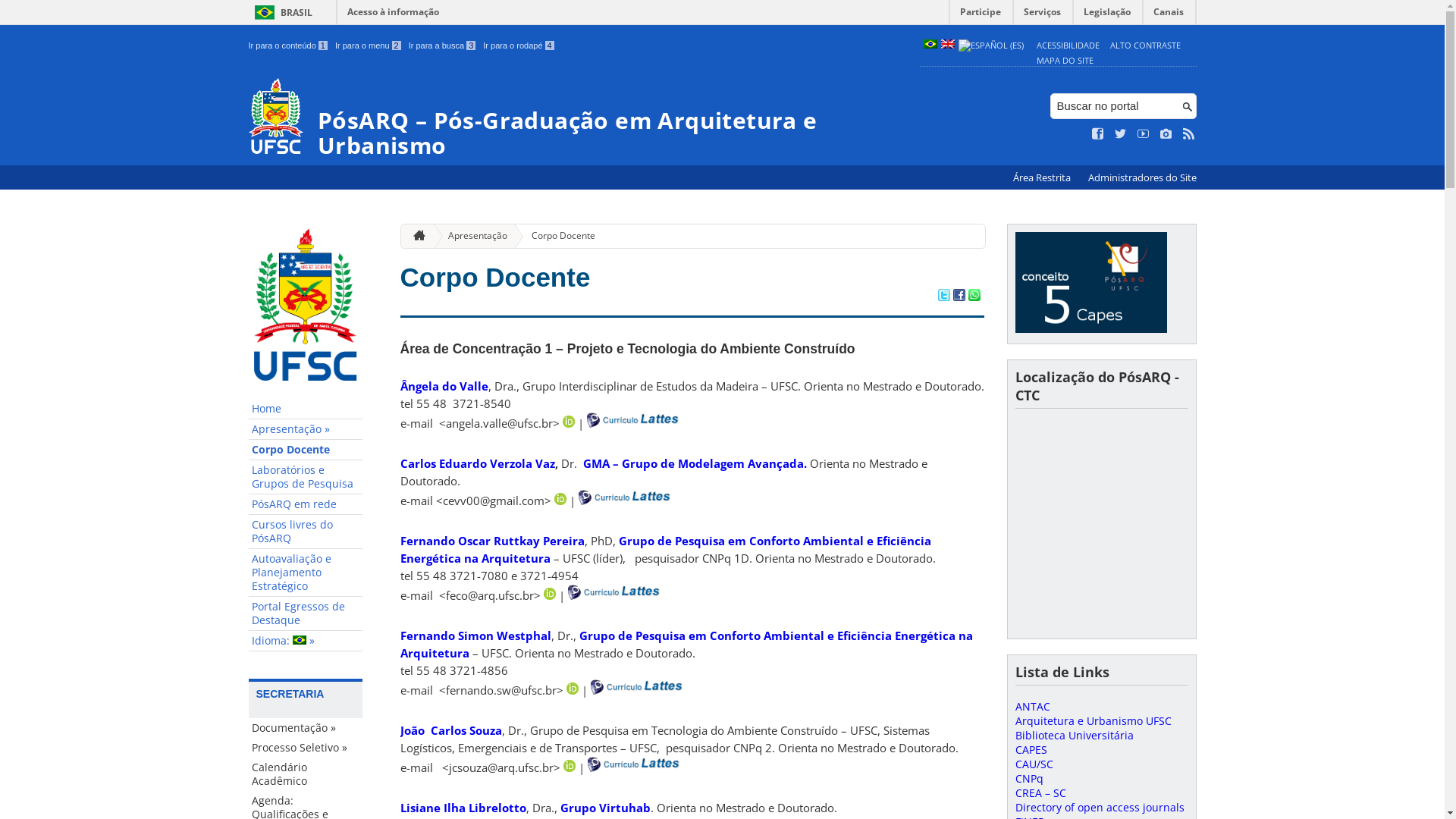 This screenshot has width=1456, height=819. Describe the element at coordinates (1036, 59) in the screenshot. I see `'MAPA DO SITE'` at that location.